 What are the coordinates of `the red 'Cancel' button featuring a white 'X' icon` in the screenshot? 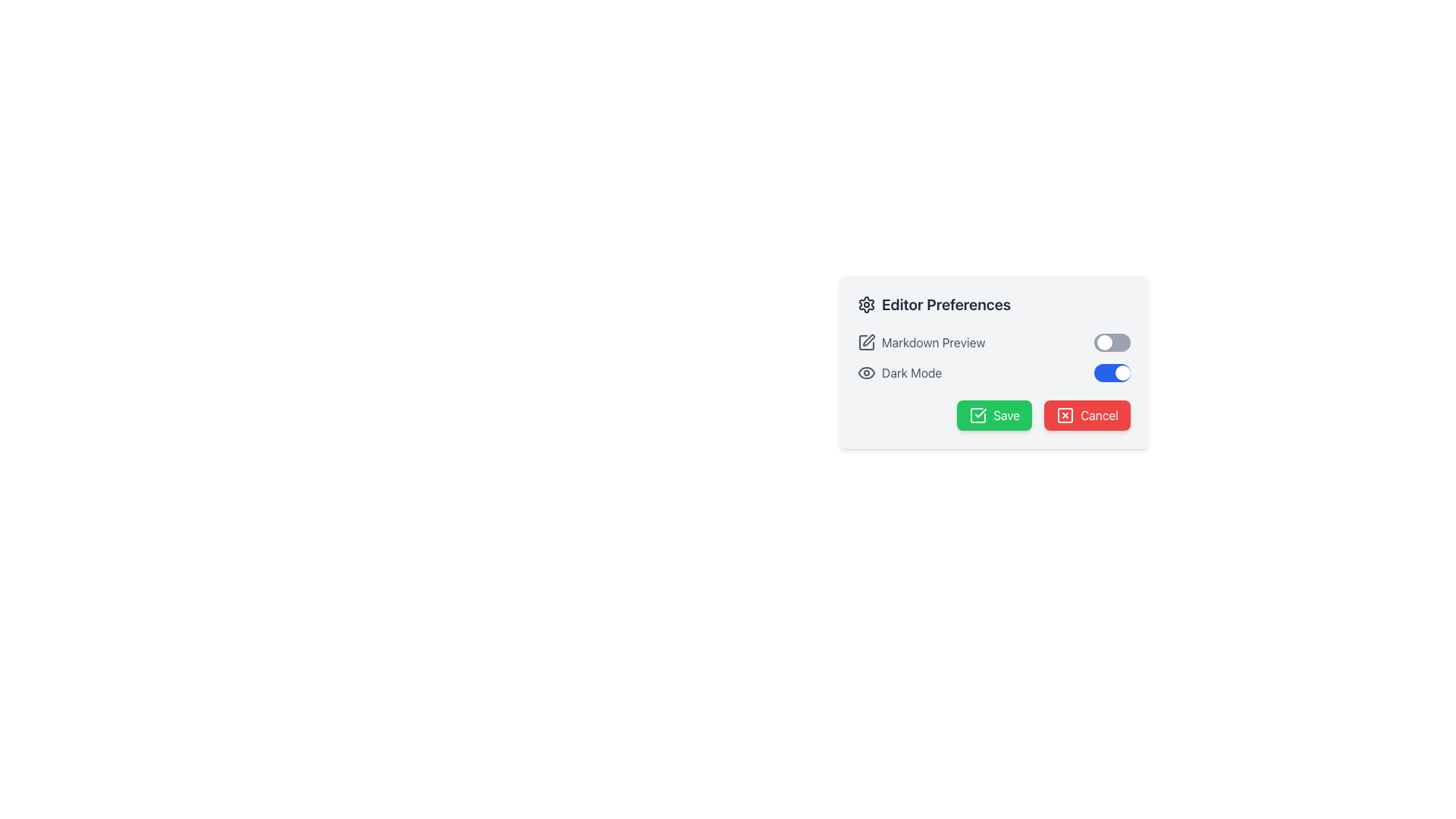 It's located at (1065, 415).